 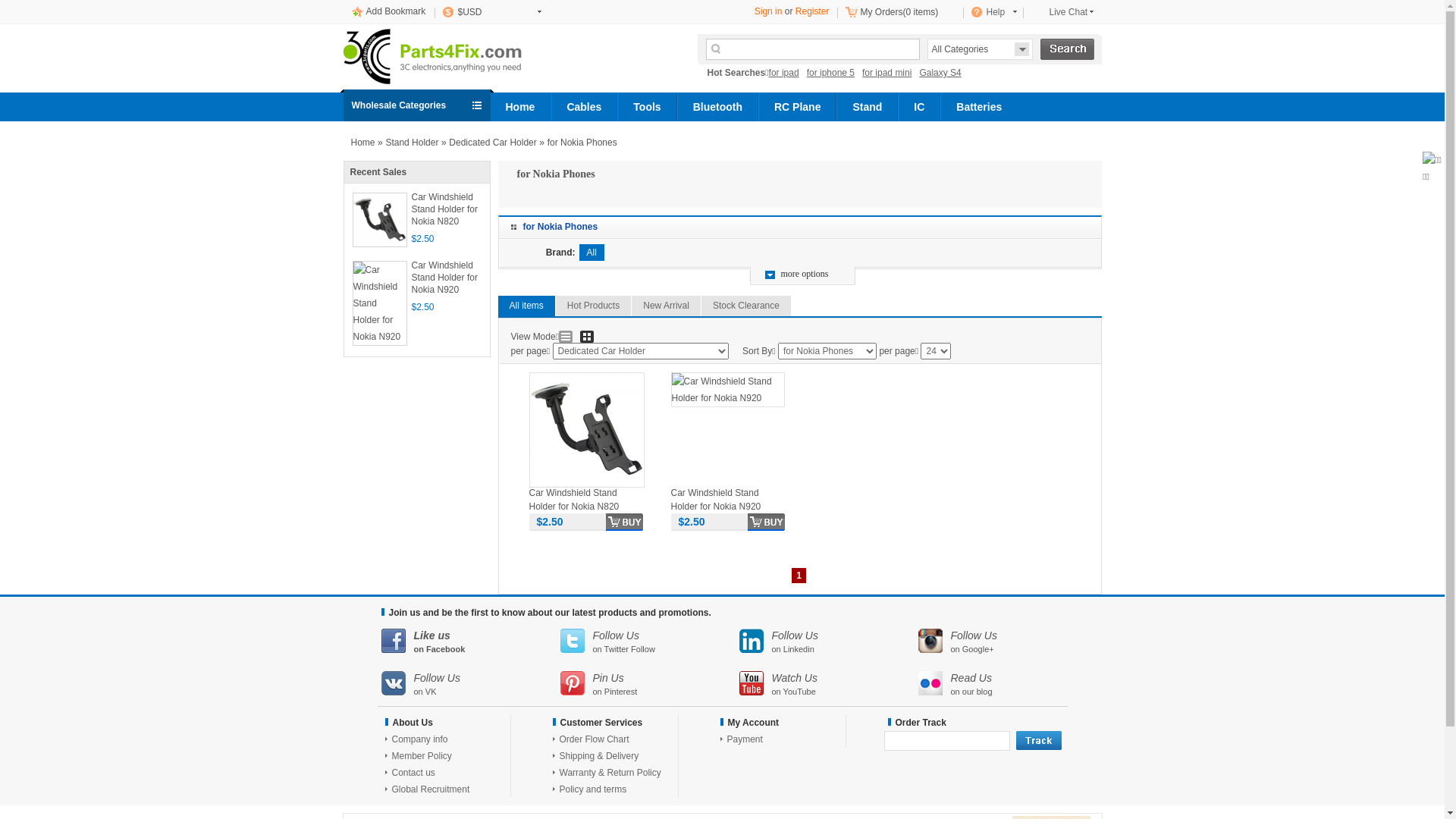 I want to click on 'for iphone 5', so click(x=833, y=73).